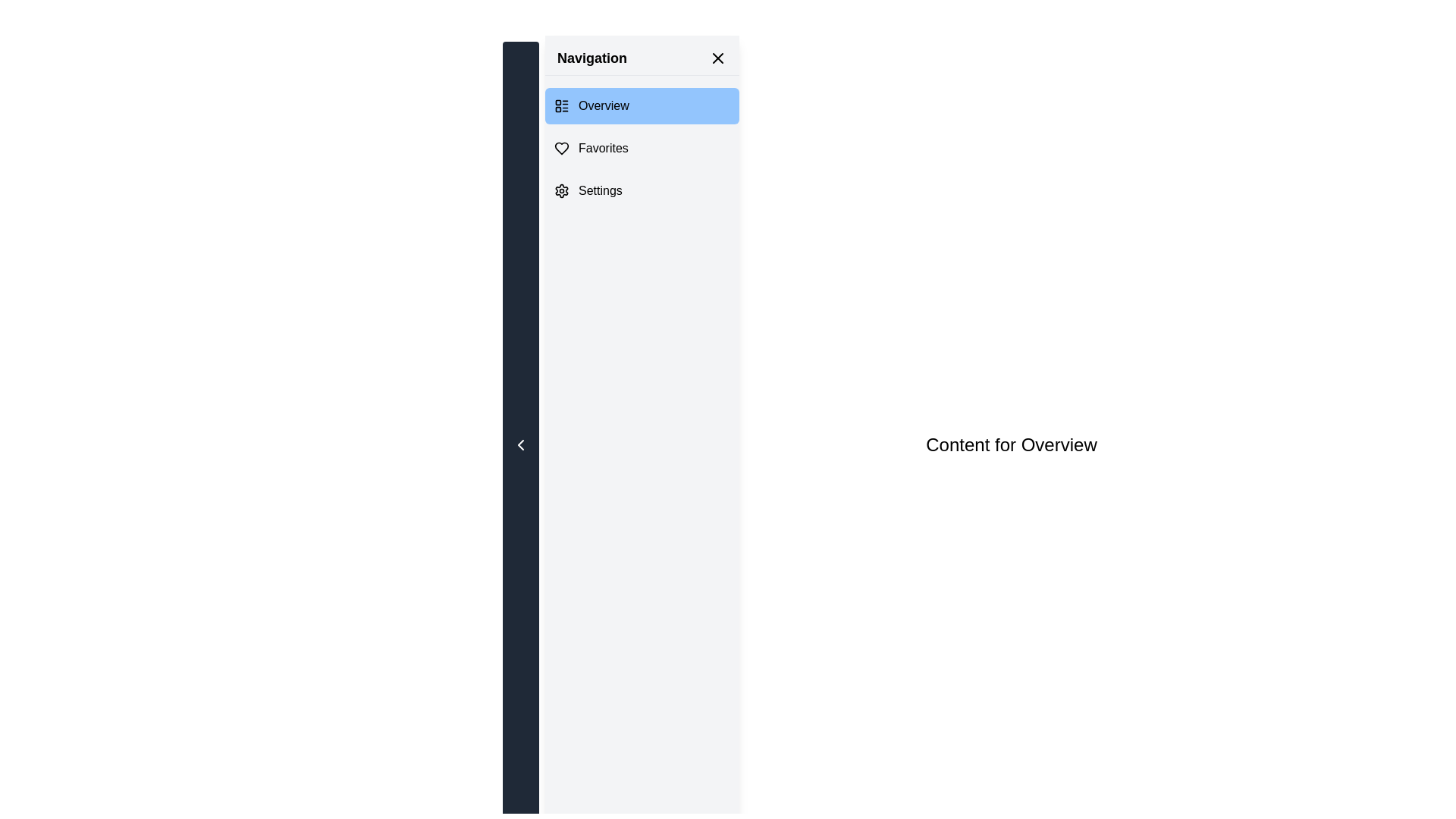 Image resolution: width=1456 pixels, height=819 pixels. Describe the element at coordinates (560, 190) in the screenshot. I see `the 'Settings' icon located in the left navigation panel adjacent to the 'Settings' option` at that location.